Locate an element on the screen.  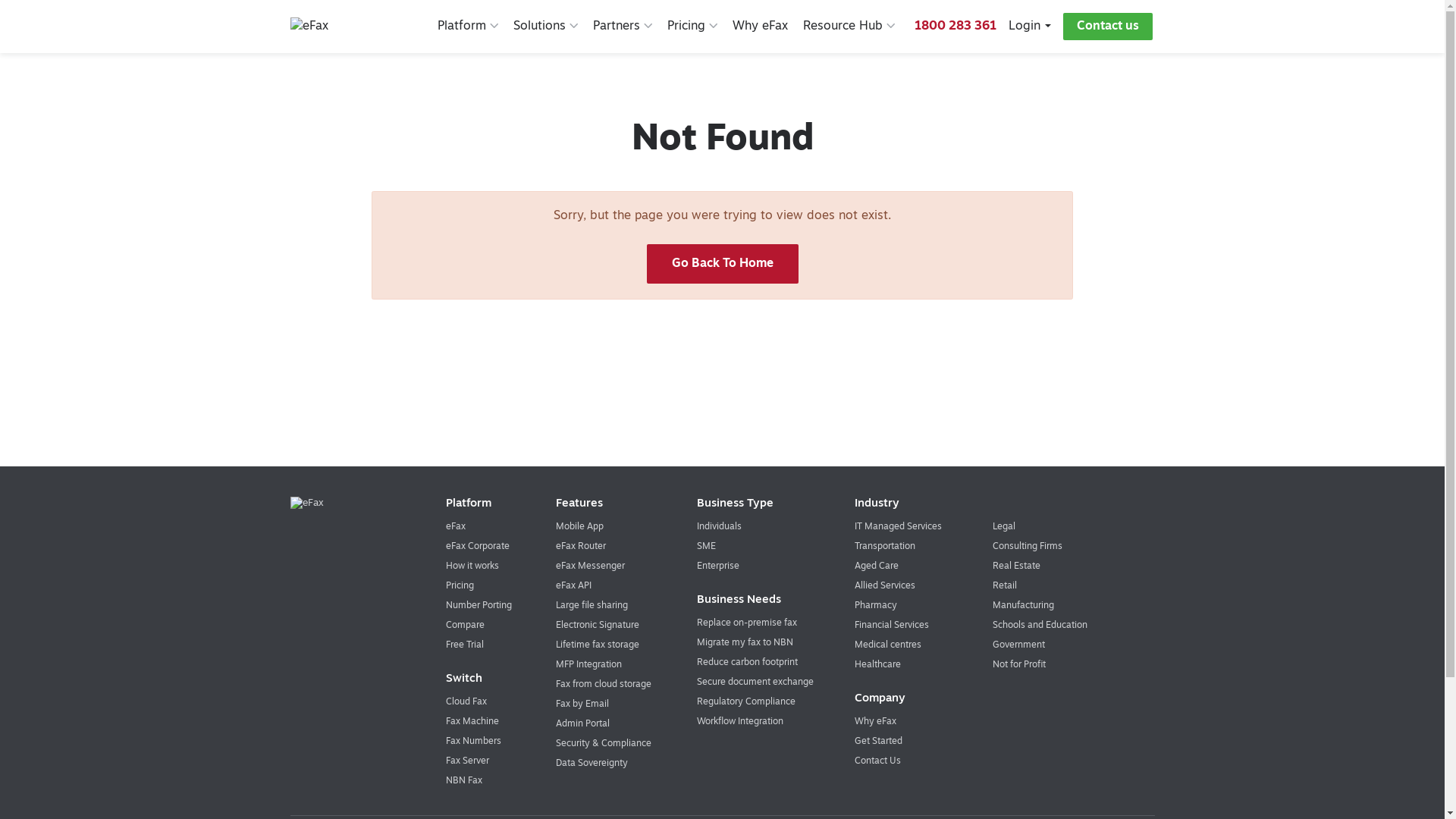
'IT Managed Services' is located at coordinates (855, 526).